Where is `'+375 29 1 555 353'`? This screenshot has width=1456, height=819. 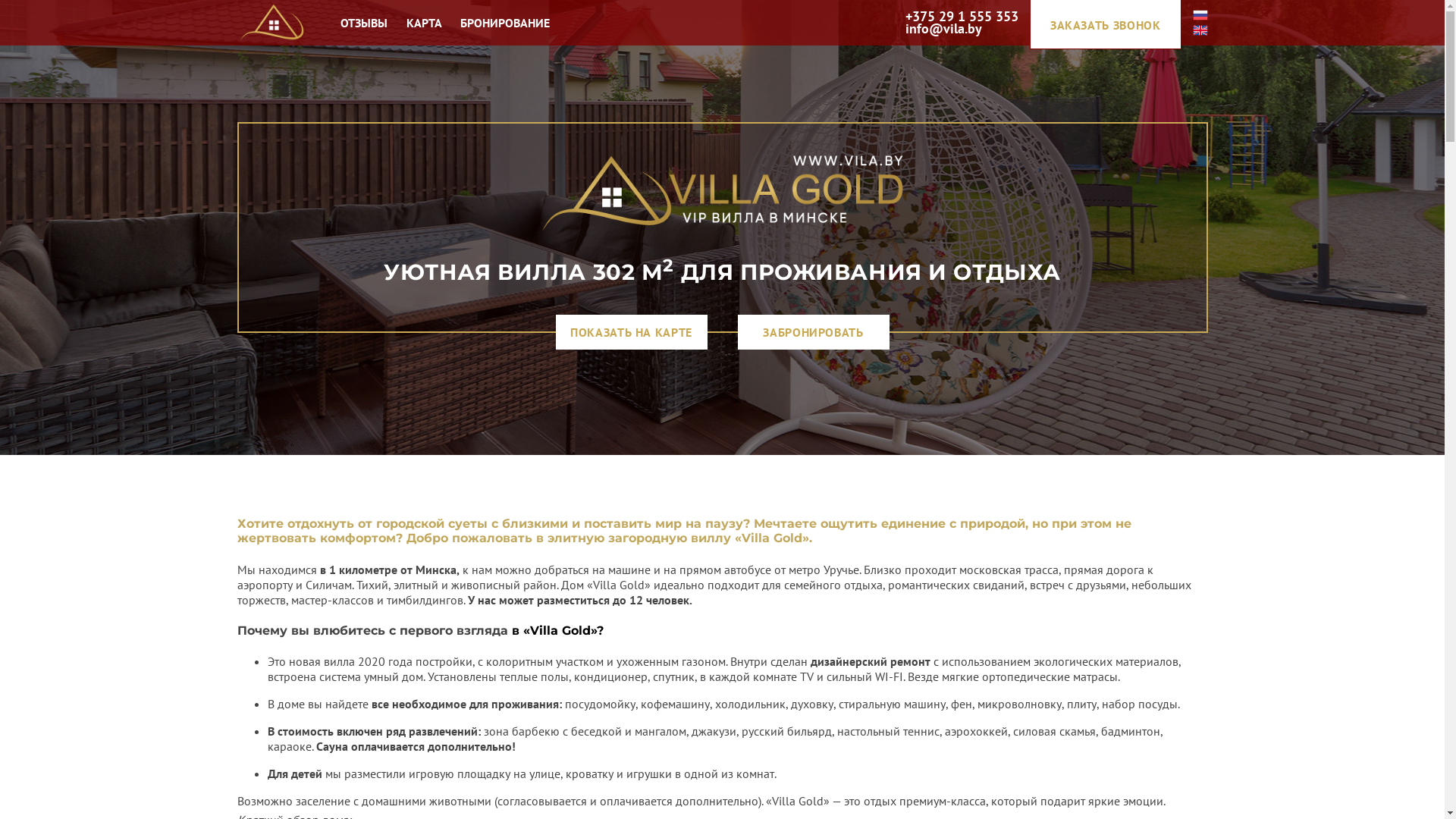
'+375 29 1 555 353' is located at coordinates (961, 17).